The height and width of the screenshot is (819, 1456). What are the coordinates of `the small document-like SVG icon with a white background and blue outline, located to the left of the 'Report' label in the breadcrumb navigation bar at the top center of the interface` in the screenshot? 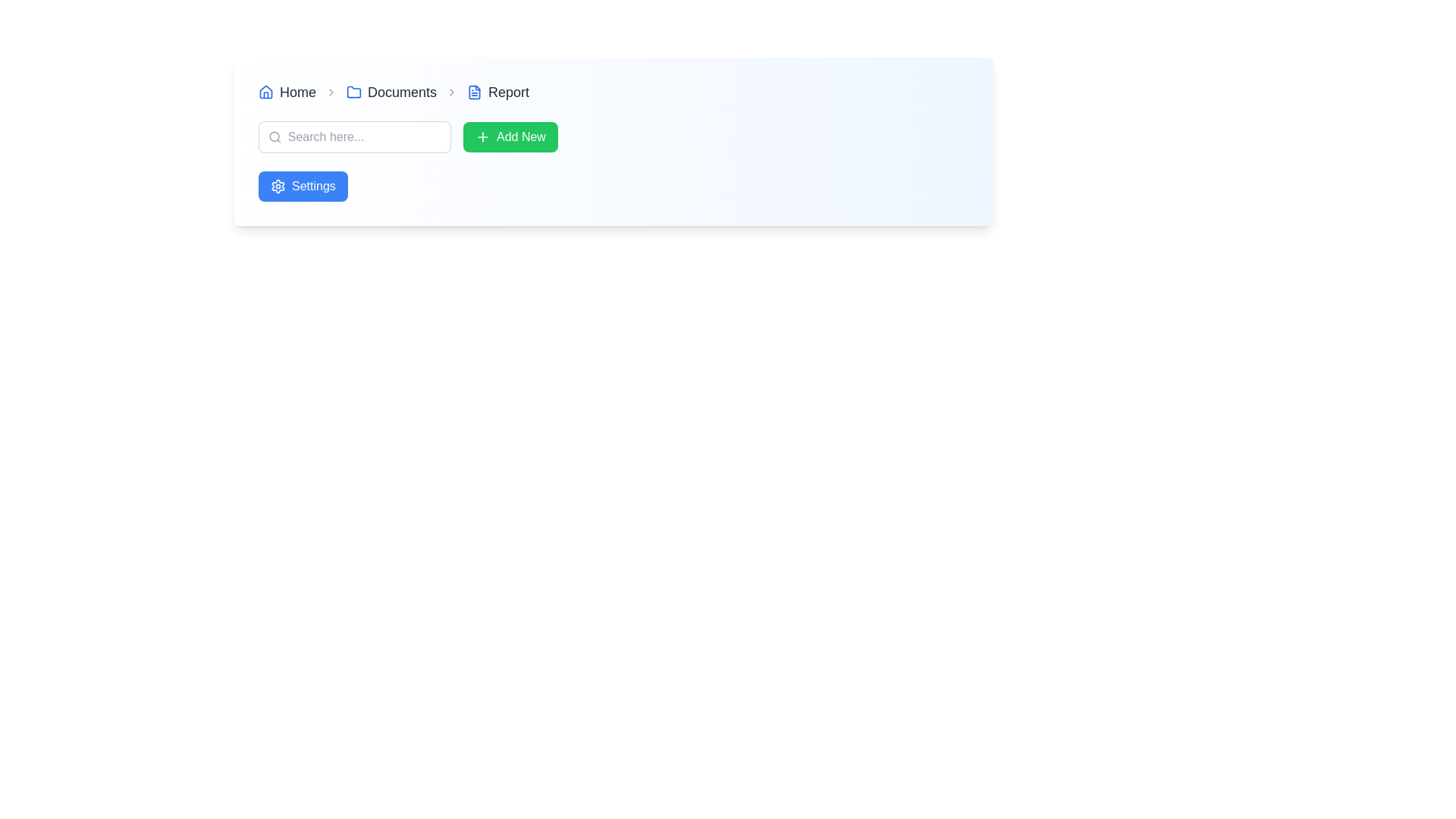 It's located at (474, 93).